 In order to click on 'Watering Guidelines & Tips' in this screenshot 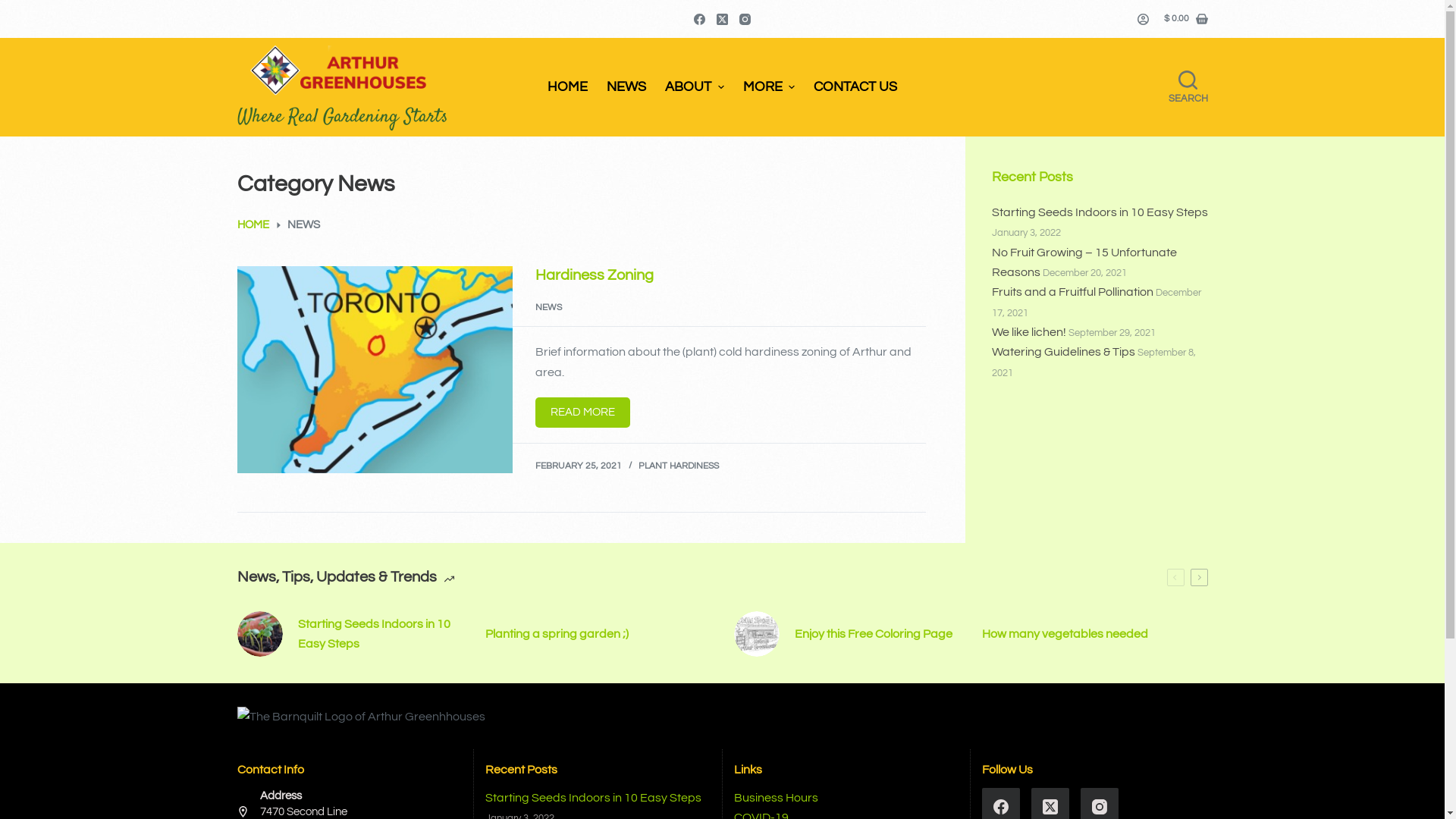, I will do `click(1062, 351)`.